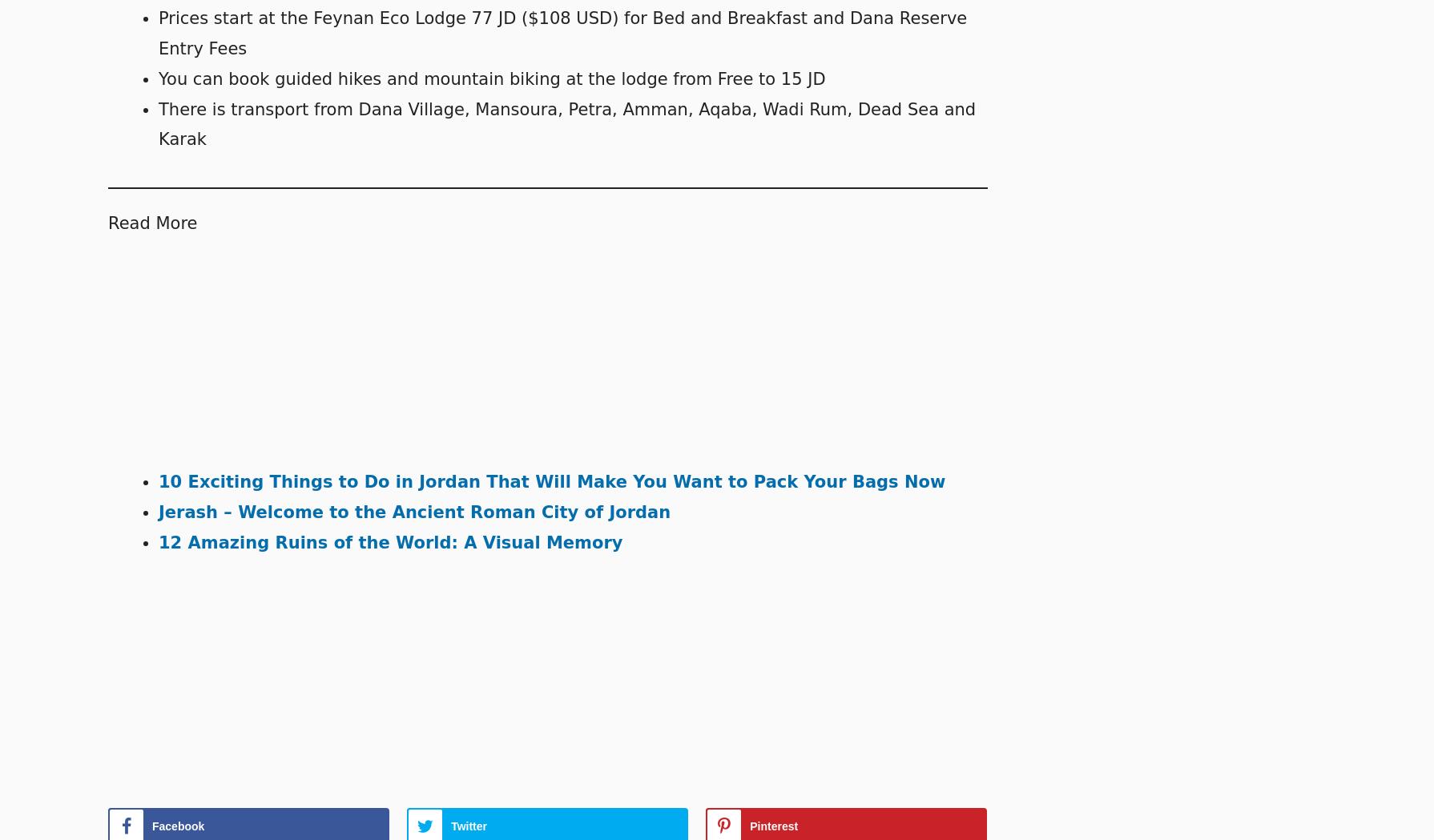  Describe the element at coordinates (413, 512) in the screenshot. I see `'Jerash – Welcome to the Ancient Roman City of Jordan'` at that location.